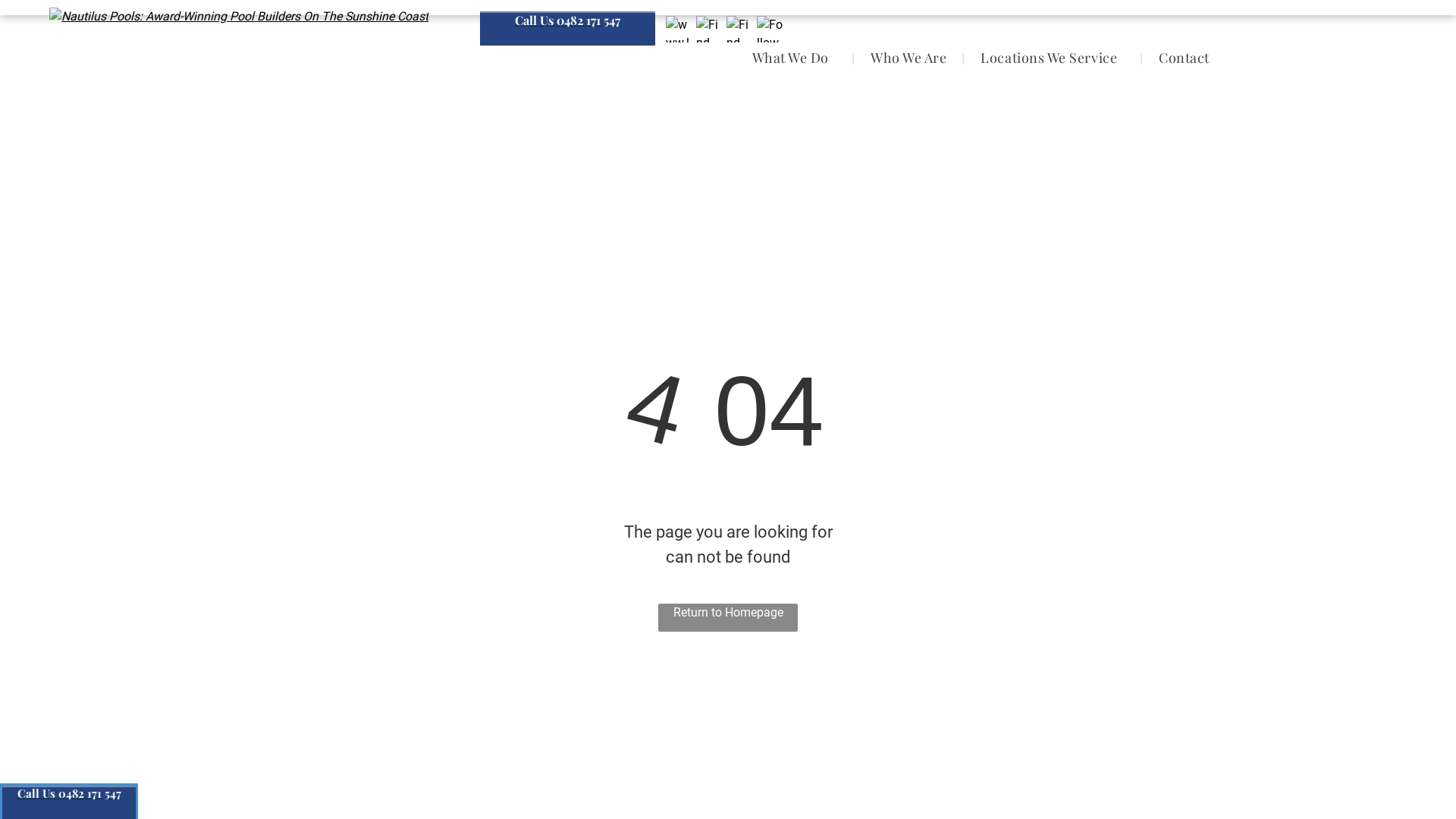 The height and width of the screenshot is (819, 1456). Describe the element at coordinates (1143, 57) in the screenshot. I see `'Contact'` at that location.